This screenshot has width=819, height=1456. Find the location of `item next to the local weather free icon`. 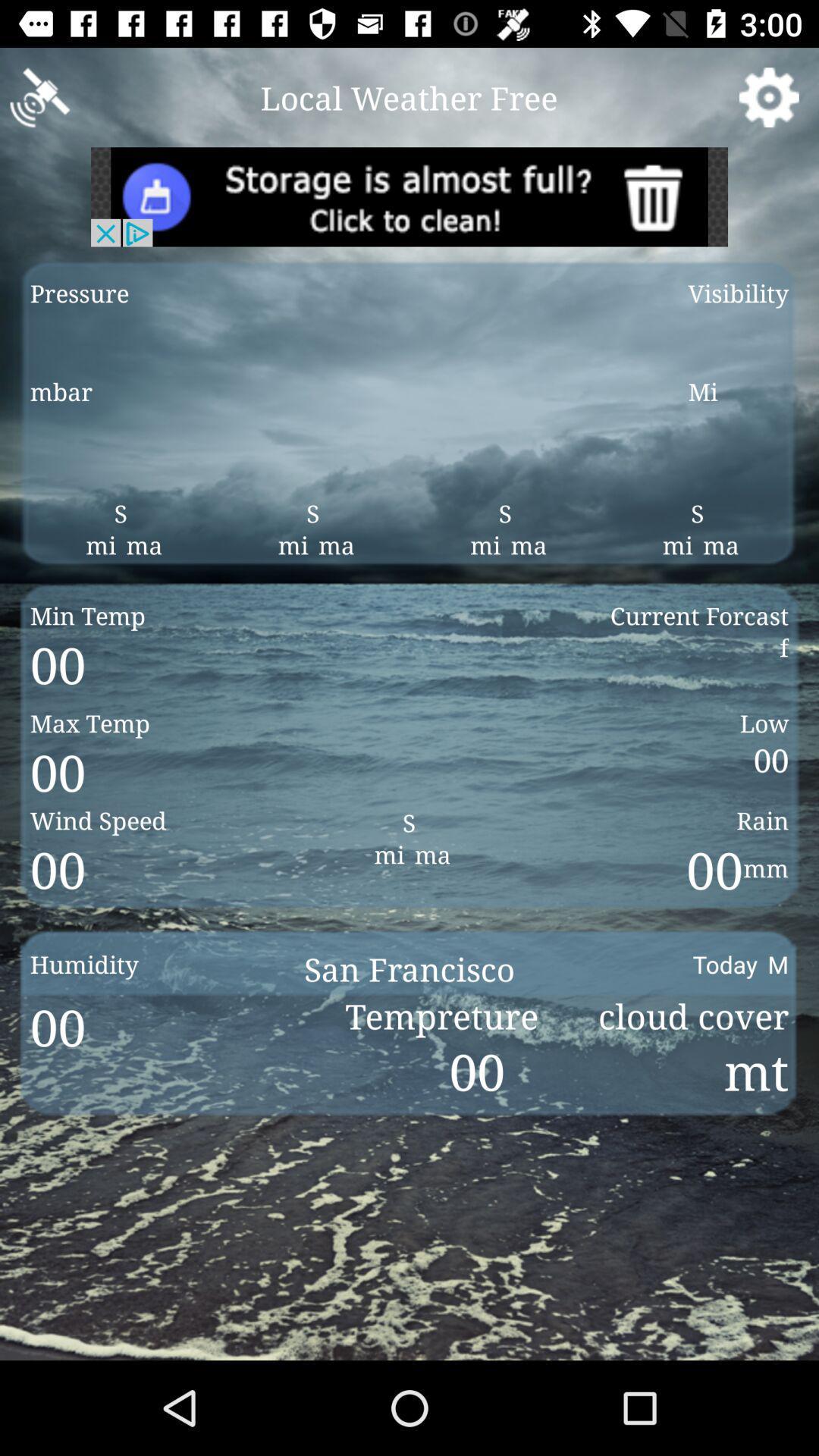

item next to the local weather free icon is located at coordinates (769, 96).